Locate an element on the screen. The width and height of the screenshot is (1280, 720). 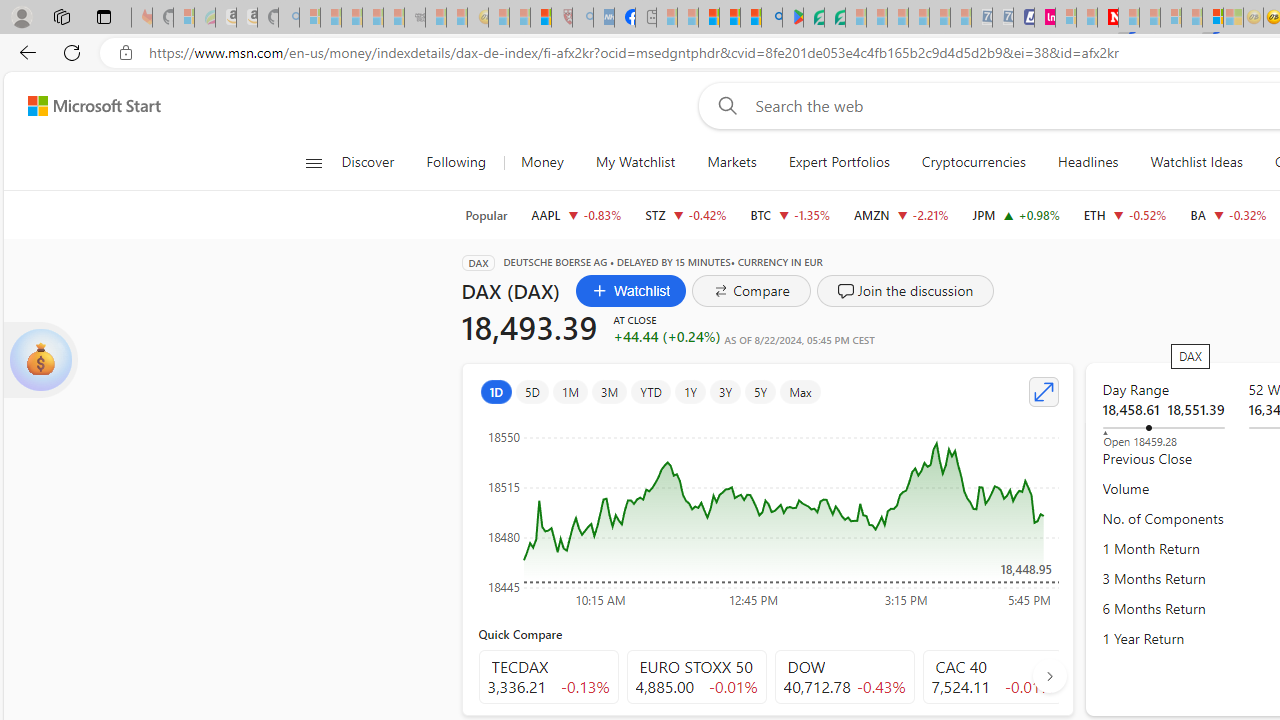
'Bluey: Let' is located at coordinates (791, 17).